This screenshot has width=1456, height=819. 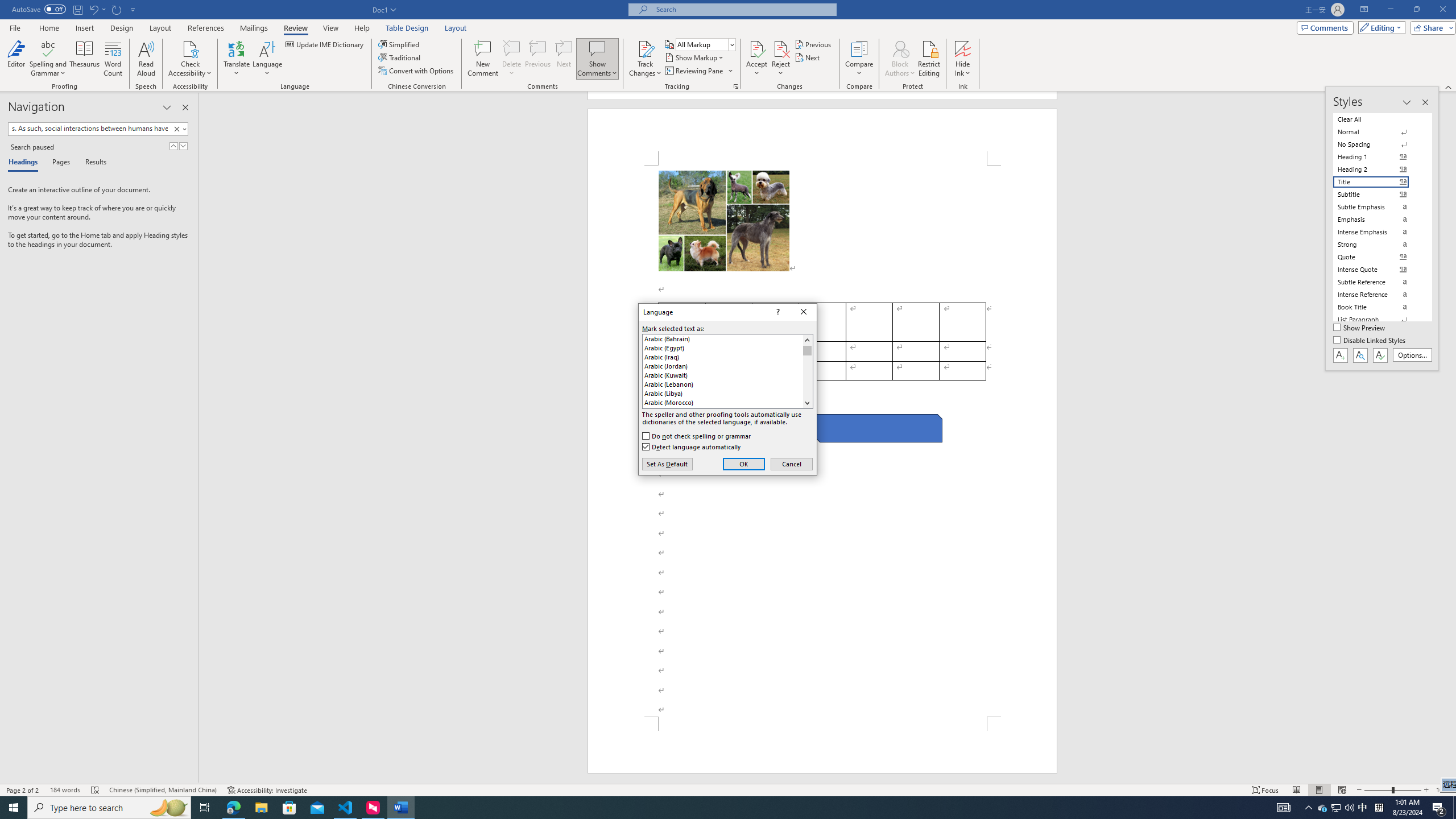 I want to click on 'Line down', so click(x=806, y=403).